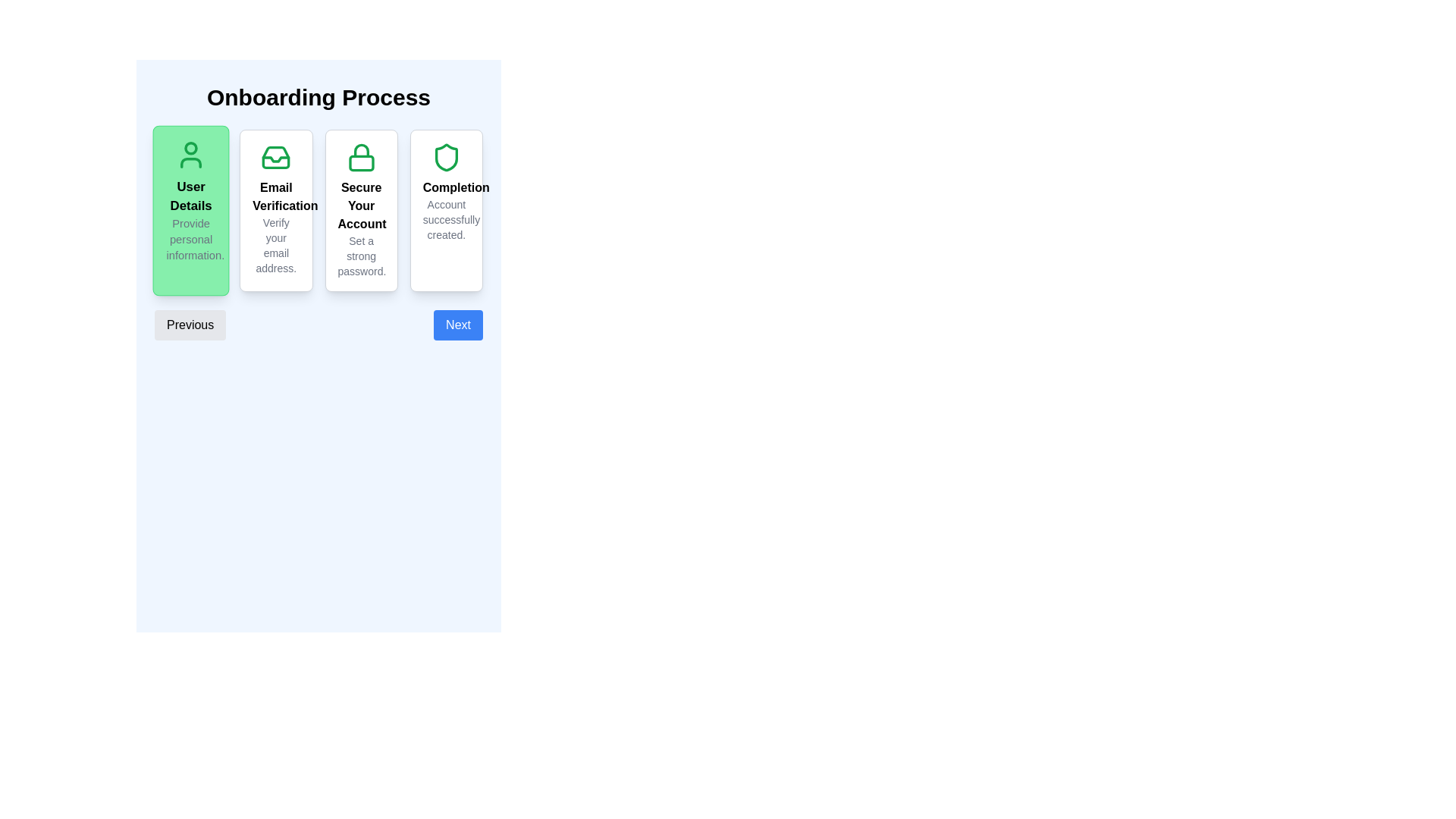 The width and height of the screenshot is (1456, 819). Describe the element at coordinates (445, 158) in the screenshot. I see `the shield icon outlined in green, which is centered within the 'Completion' card in the fourth step of the onboarding process` at that location.